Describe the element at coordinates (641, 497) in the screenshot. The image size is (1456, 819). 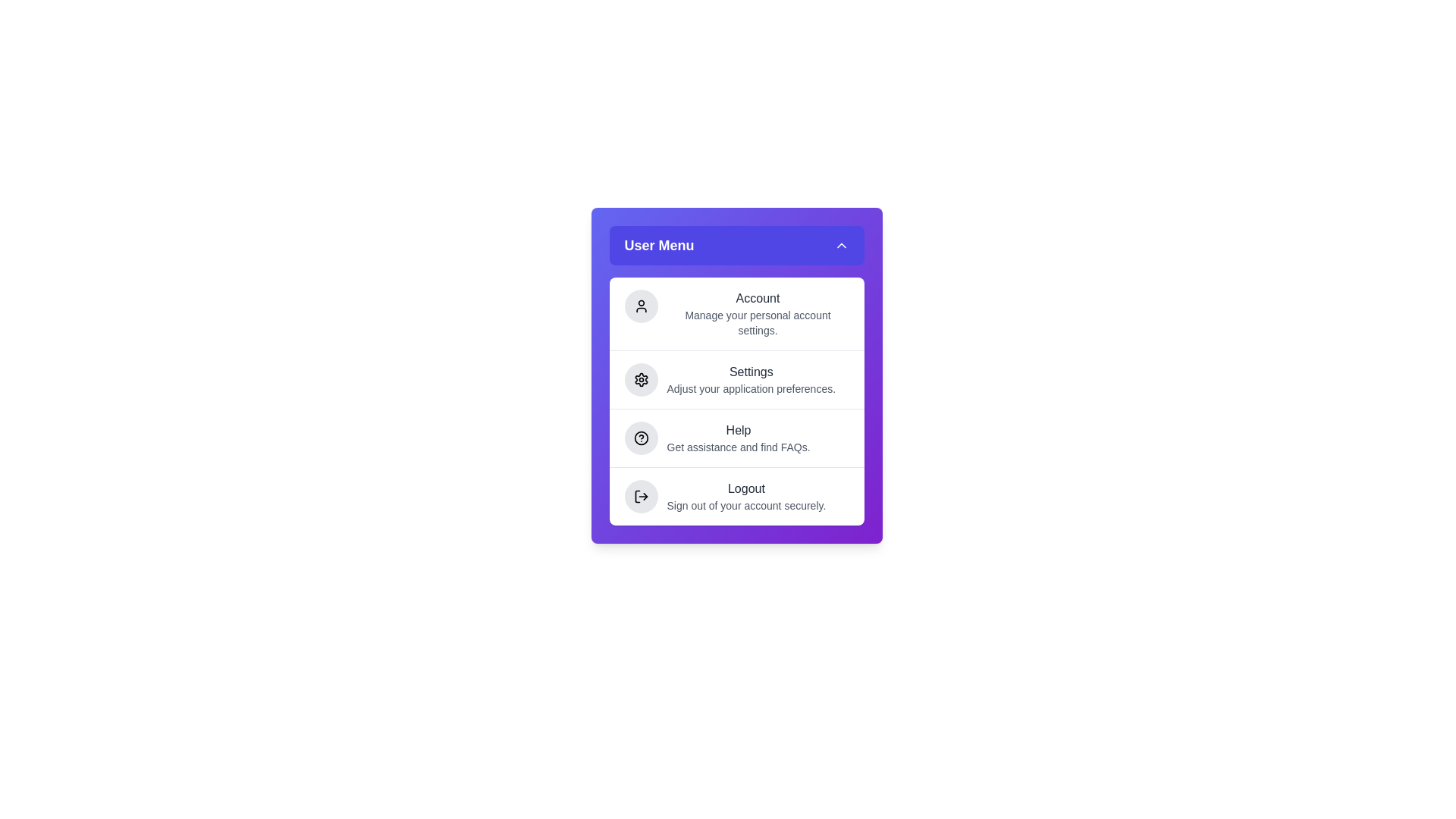
I see `the icon associated with Logout` at that location.